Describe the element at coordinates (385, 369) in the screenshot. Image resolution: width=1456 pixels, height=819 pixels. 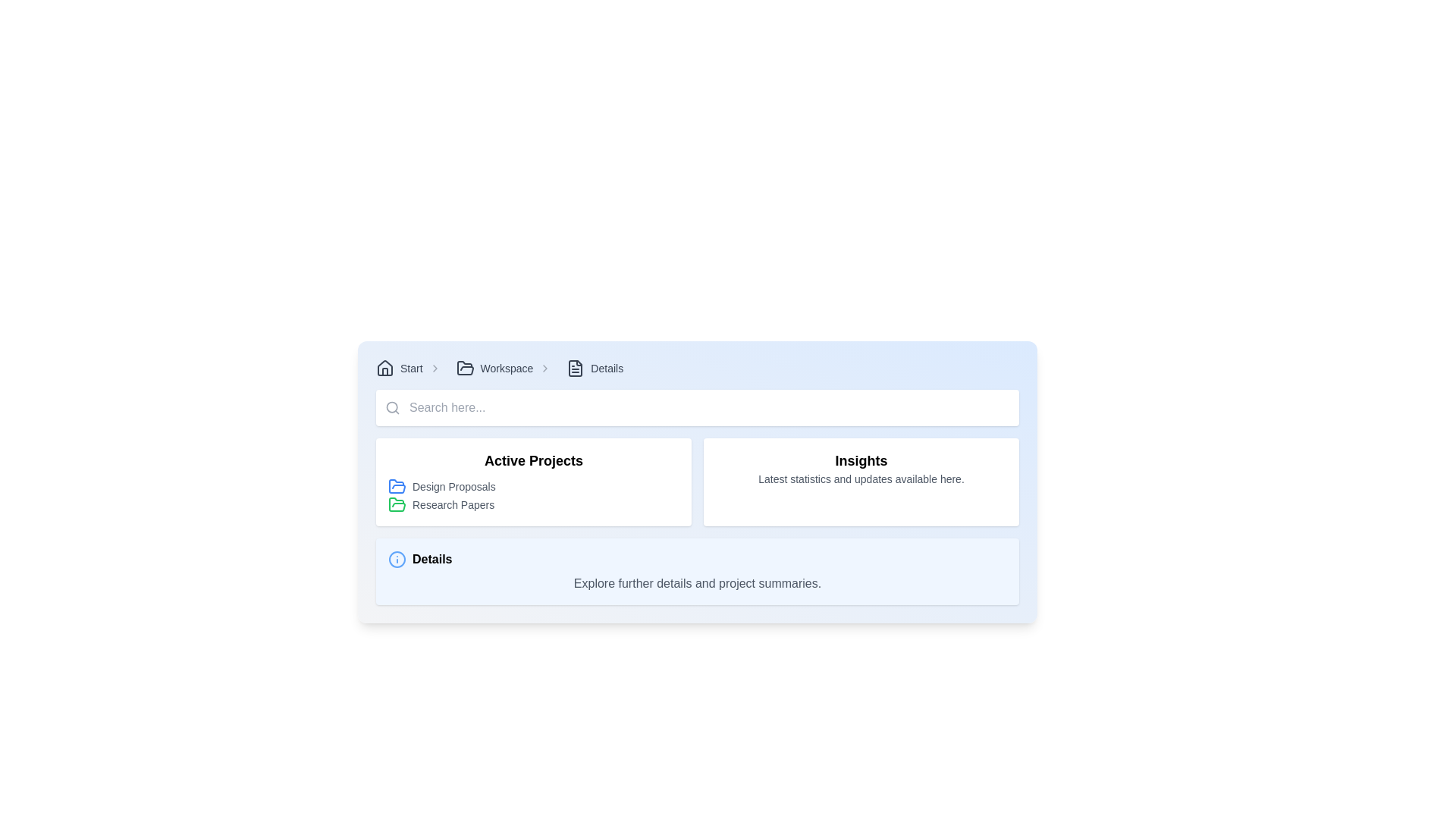
I see `the house icon located in the navigation breadcrumb labeled 'Start'` at that location.